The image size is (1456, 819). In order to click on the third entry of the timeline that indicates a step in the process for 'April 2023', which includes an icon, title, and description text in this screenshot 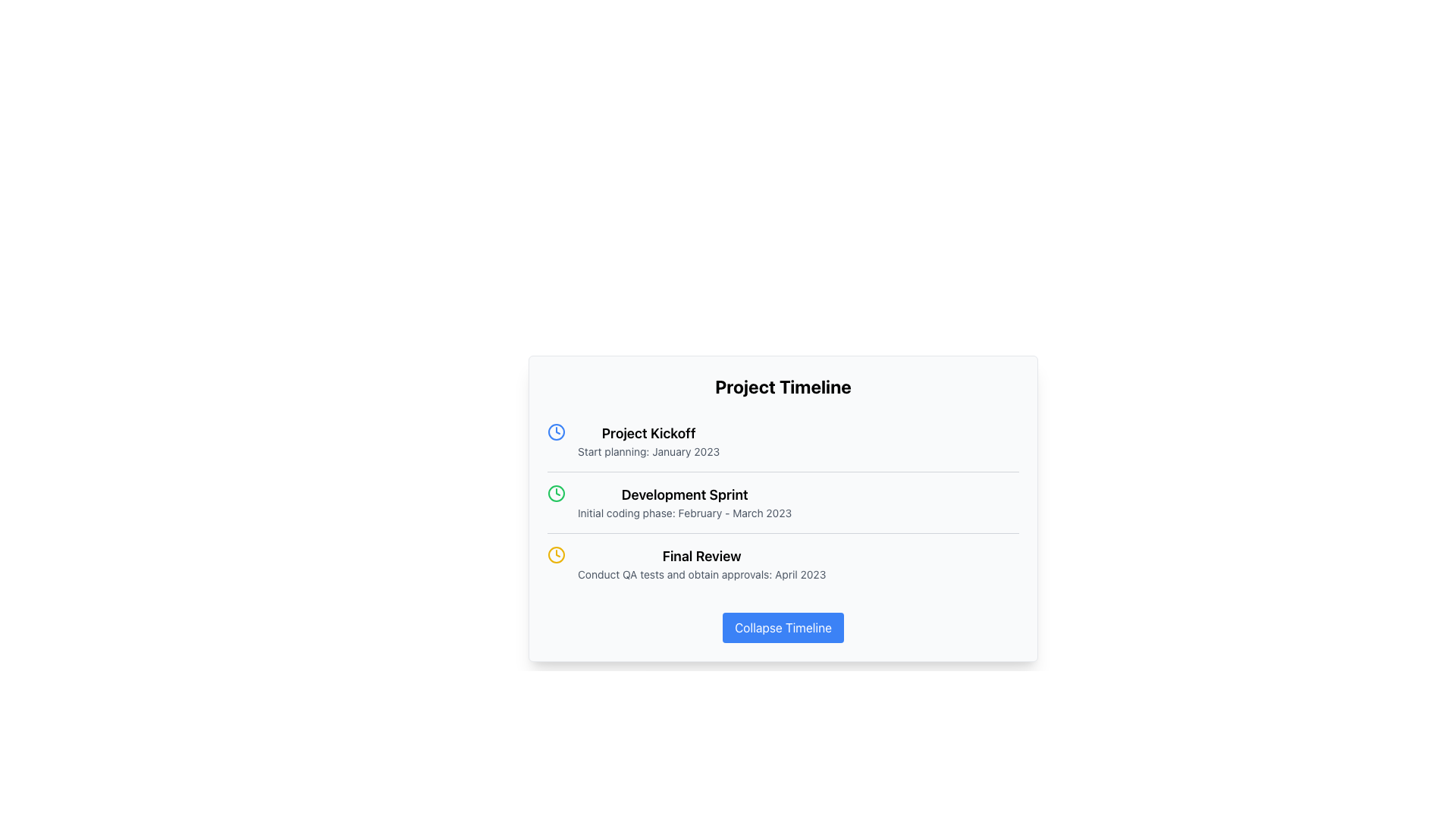, I will do `click(783, 563)`.